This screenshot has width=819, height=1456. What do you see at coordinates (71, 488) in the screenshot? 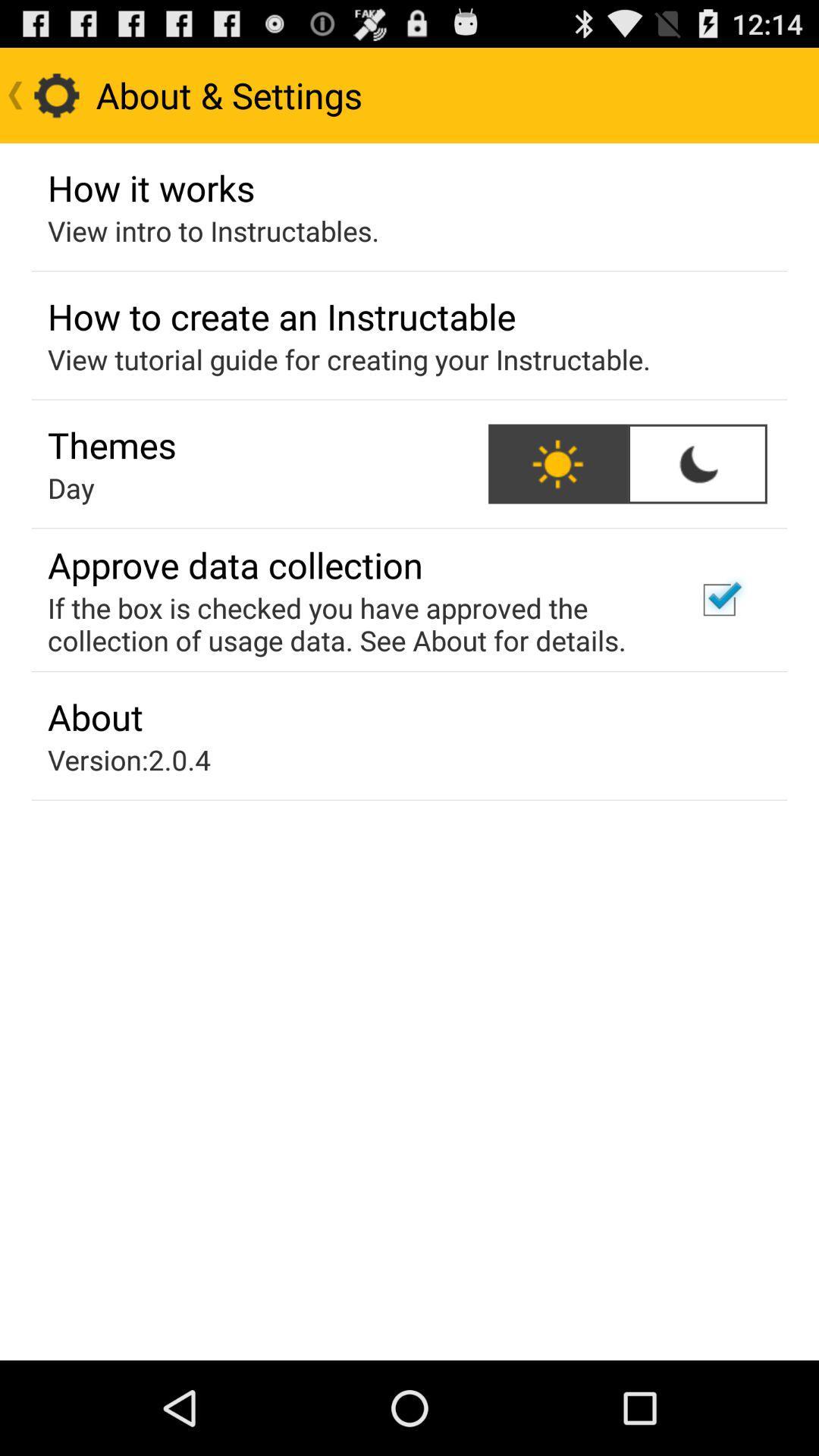
I see `the item below the themes app` at bounding box center [71, 488].